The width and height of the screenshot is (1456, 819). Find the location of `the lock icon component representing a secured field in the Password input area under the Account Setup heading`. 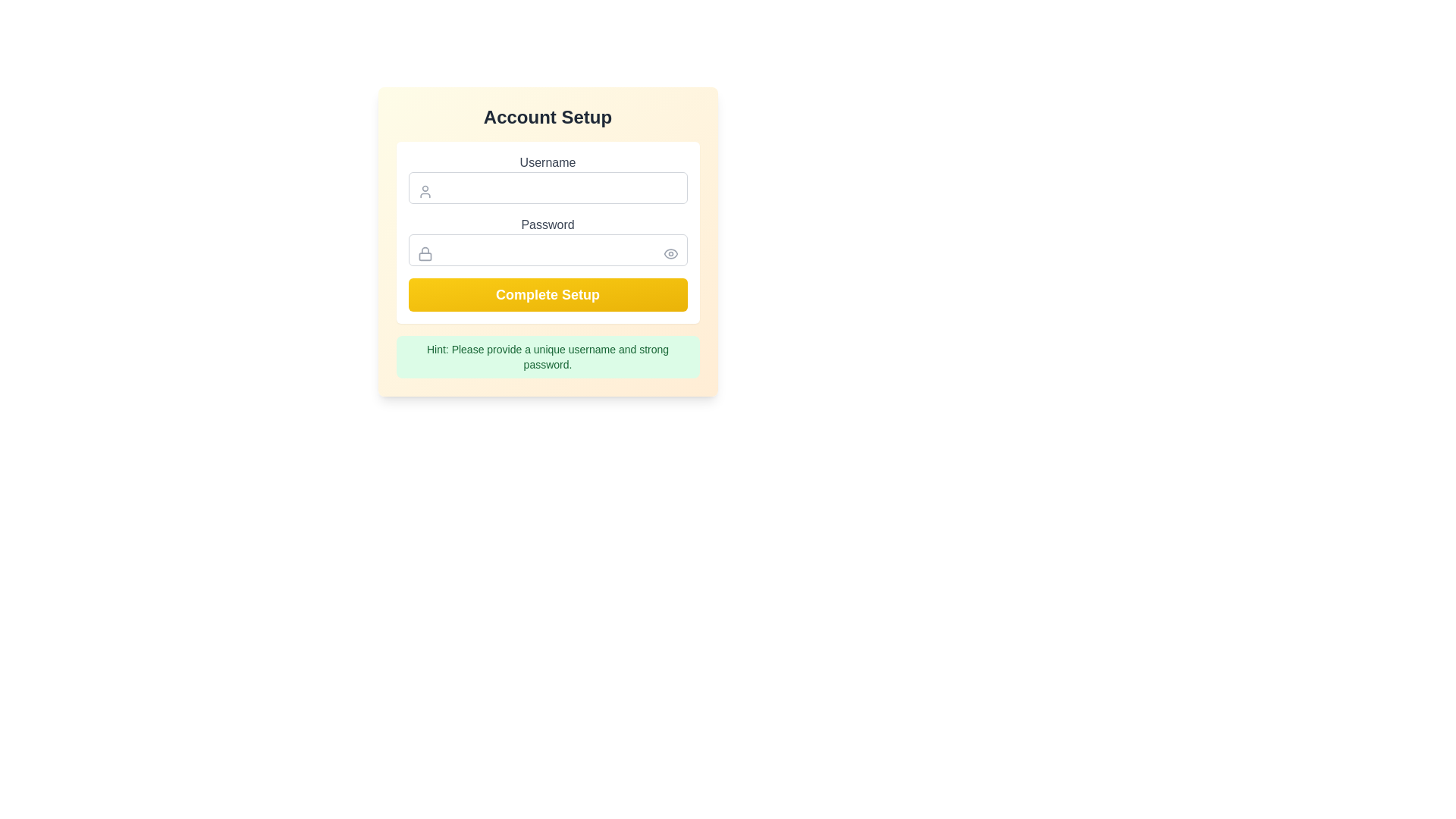

the lock icon component representing a secured field in the Password input area under the Account Setup heading is located at coordinates (425, 256).